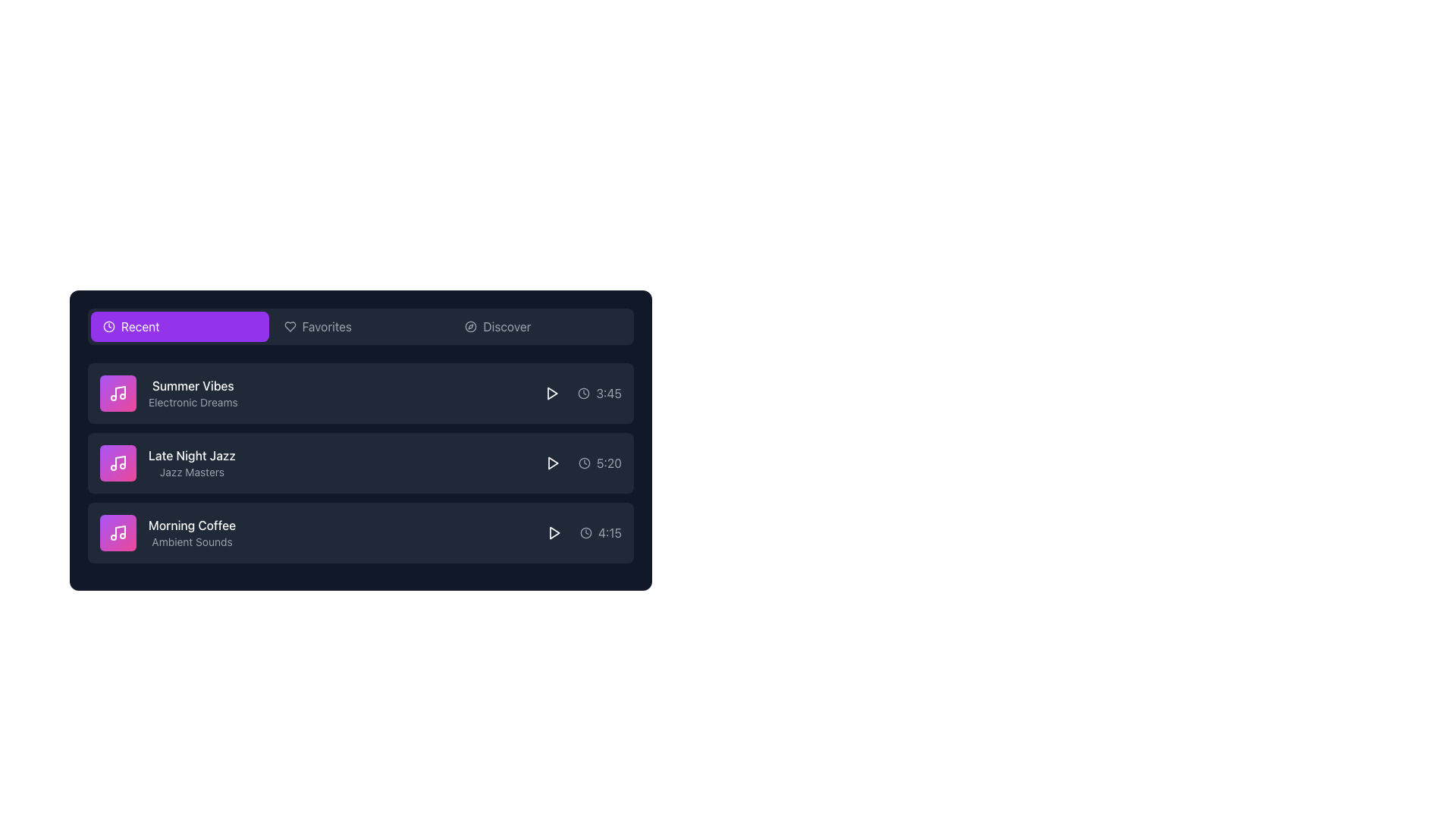 The height and width of the screenshot is (819, 1456). What do you see at coordinates (585, 532) in the screenshot?
I see `the time indicator icon located on the far right of the 'Morning Coffee' row, adjacent to the text '4:15'` at bounding box center [585, 532].